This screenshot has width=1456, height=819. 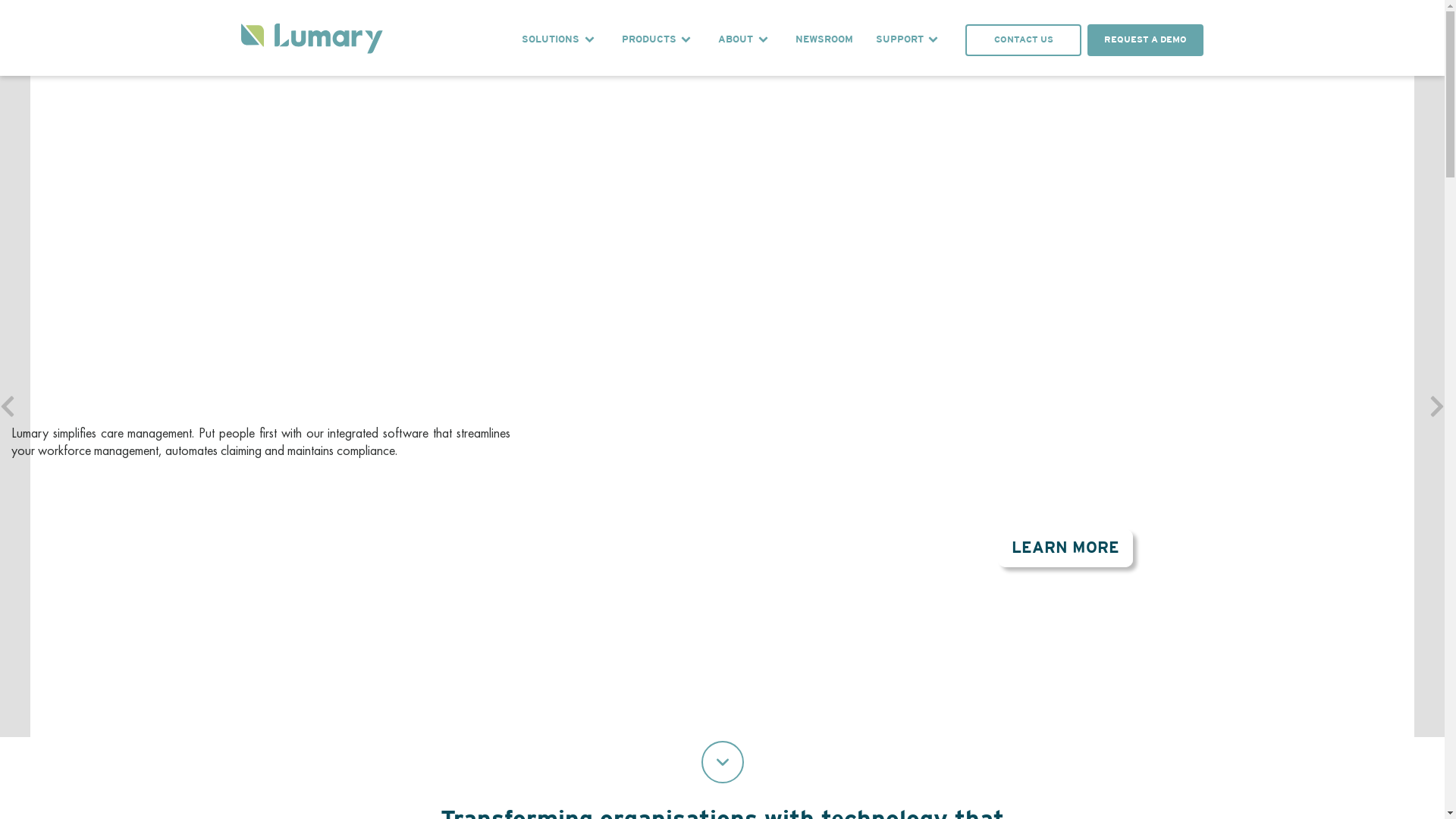 I want to click on 'CONTACT US', so click(x=1023, y=39).